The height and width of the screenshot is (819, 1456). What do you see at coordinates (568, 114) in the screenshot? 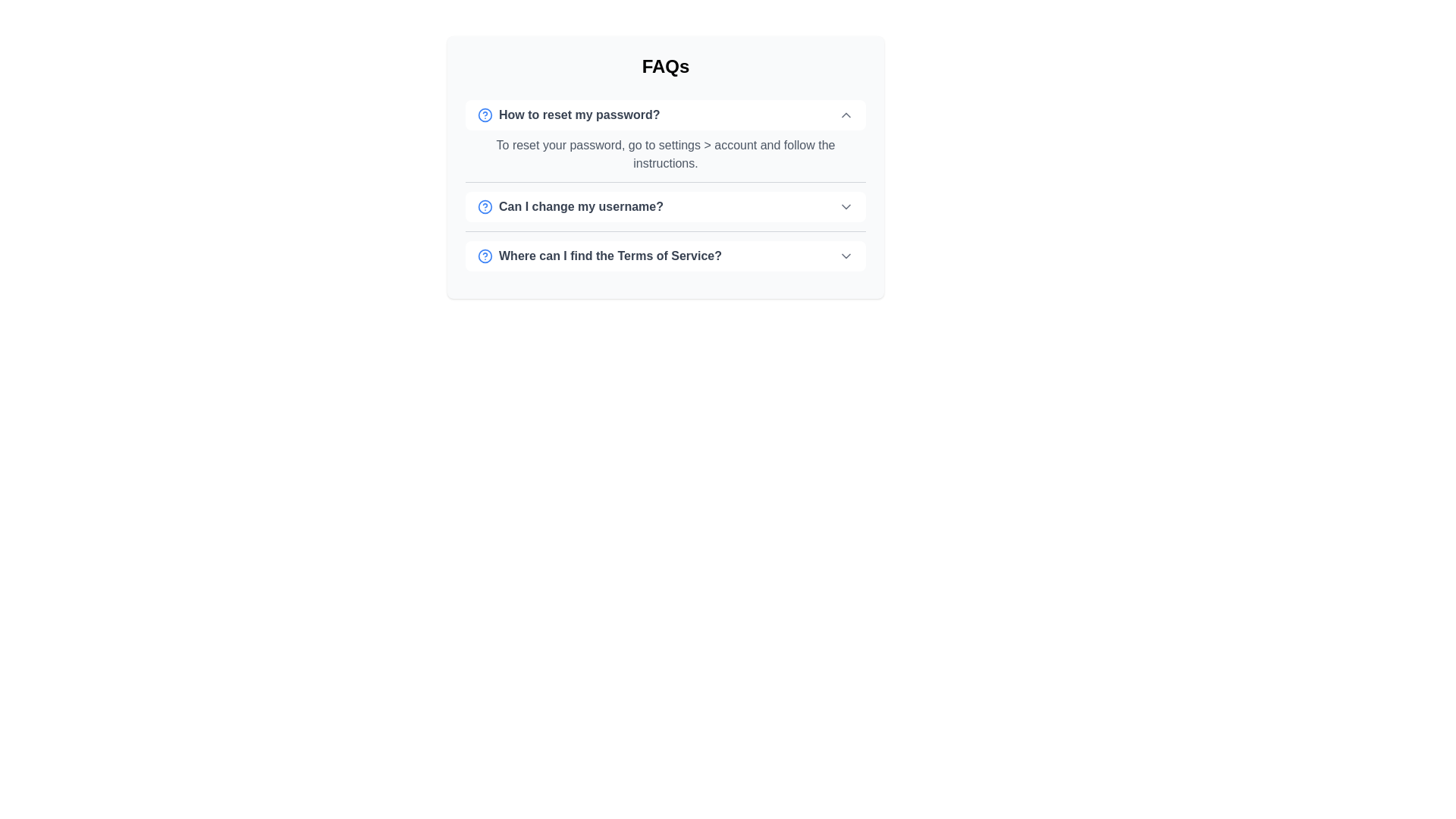
I see `the first question in the FAQ section` at bounding box center [568, 114].